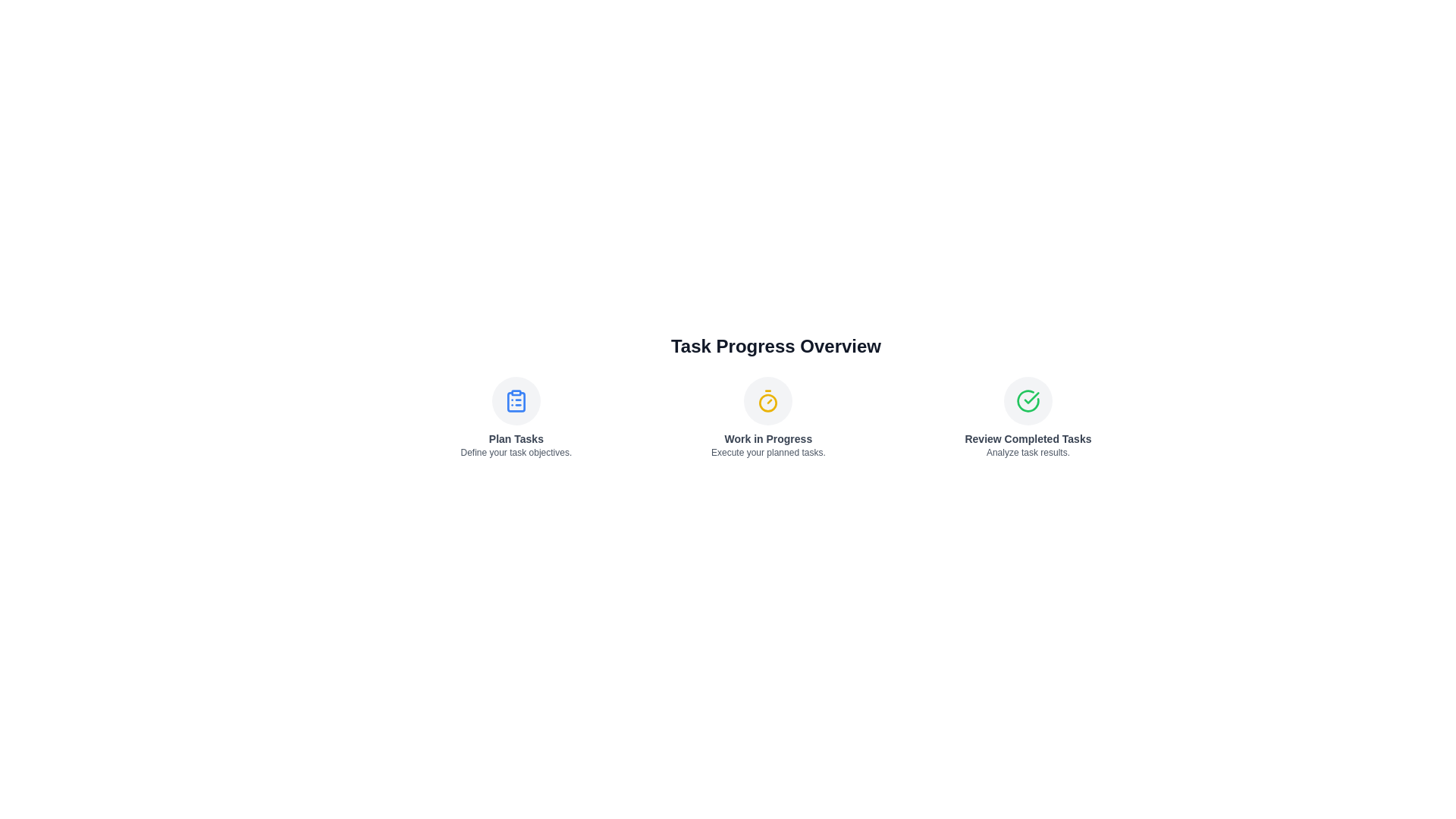  Describe the element at coordinates (768, 438) in the screenshot. I see `the text of the step titled 'Work in Progress'` at that location.